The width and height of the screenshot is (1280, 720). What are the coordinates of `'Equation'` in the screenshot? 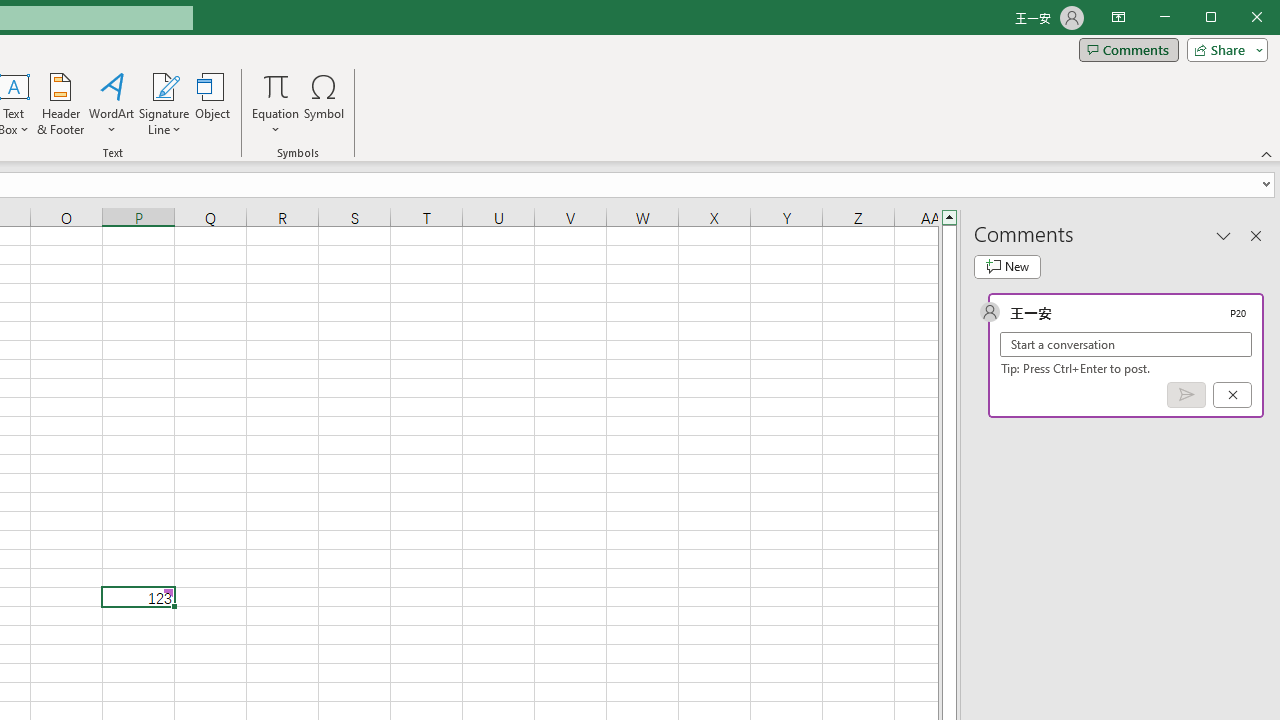 It's located at (274, 85).